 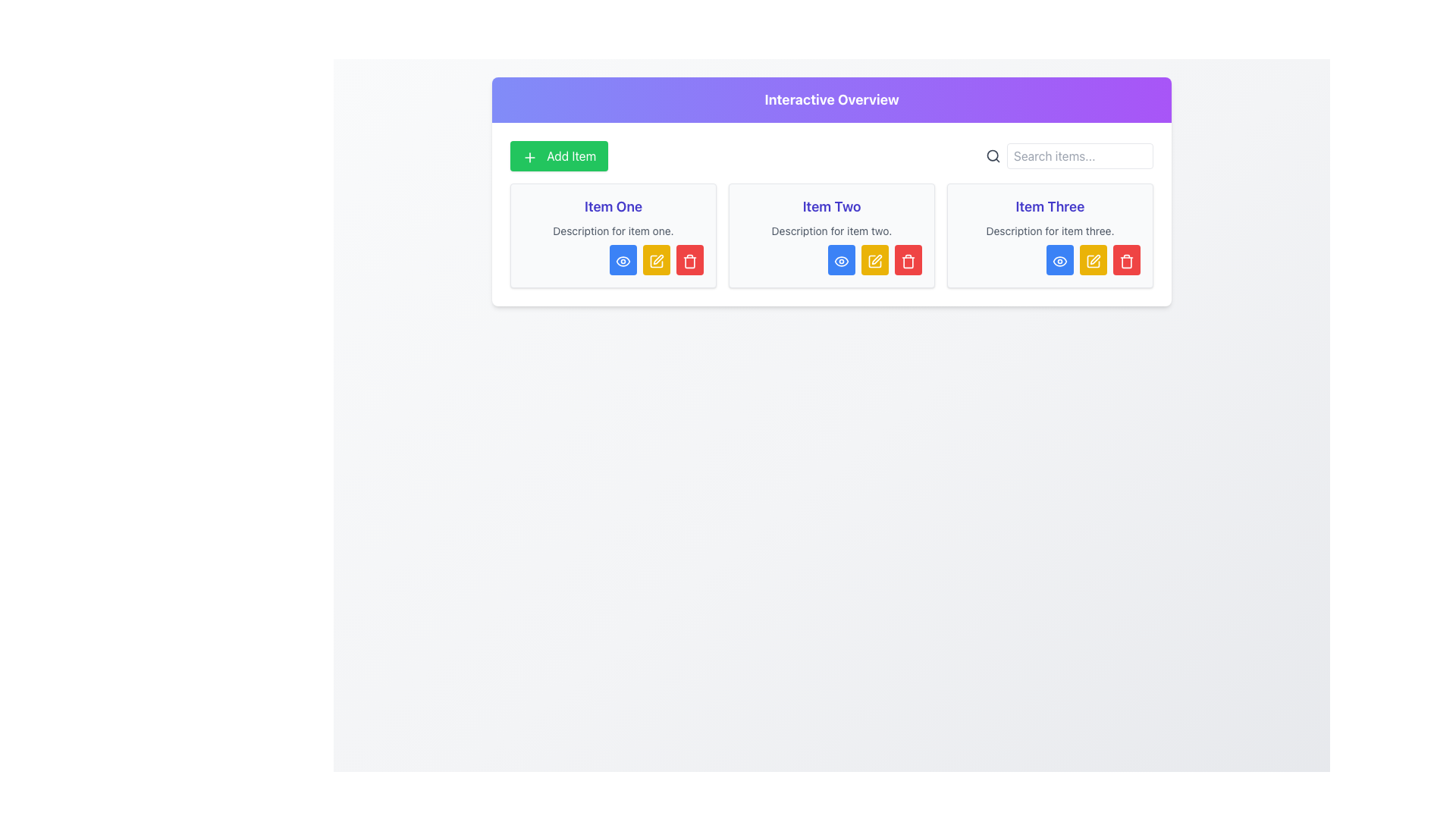 I want to click on the blue icon button located at the bottom of the 'Item Three' card, which has a white background and rounded corners under the 'Interactive Overview' header, so click(x=1050, y=236).